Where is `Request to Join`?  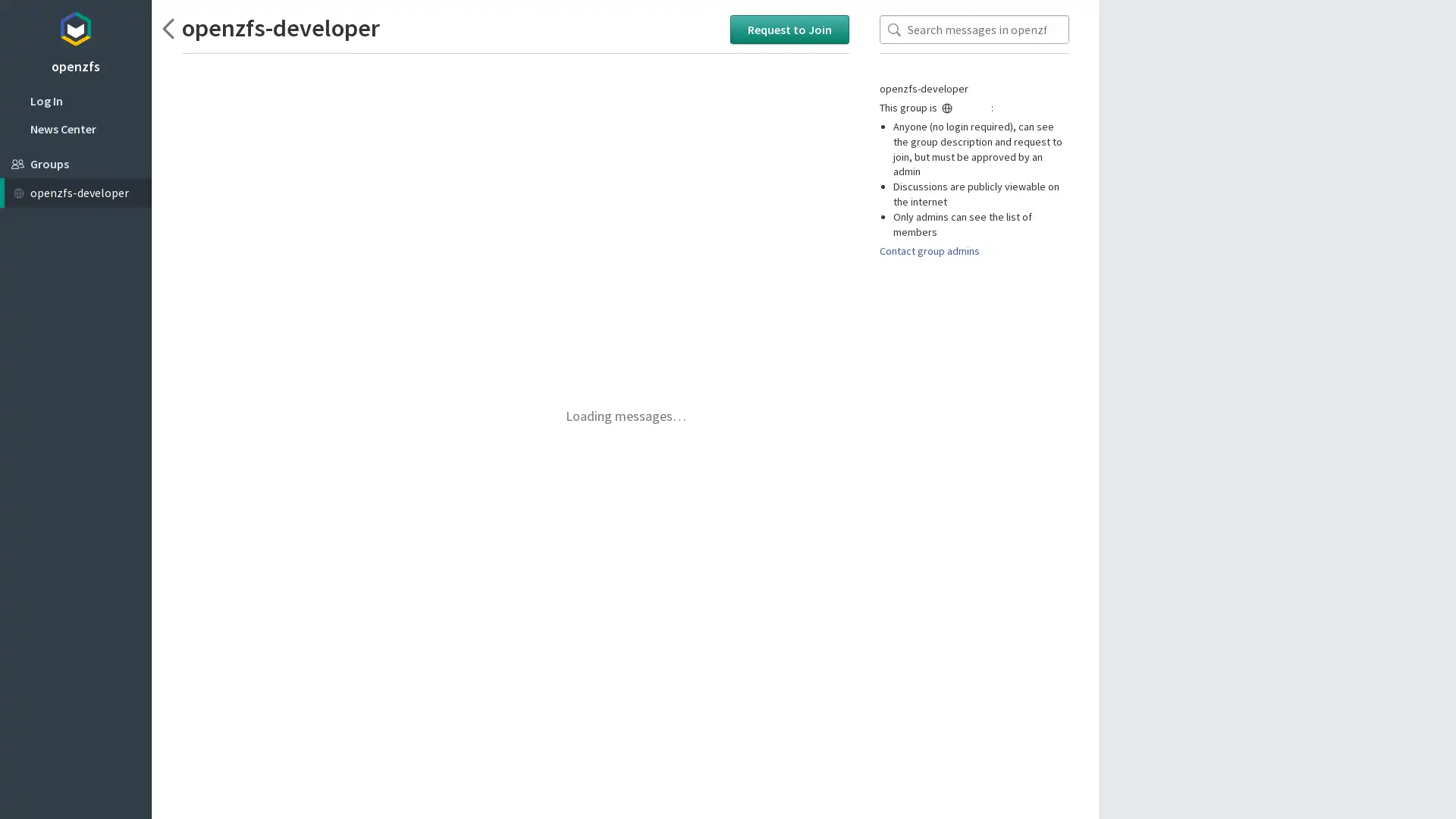
Request to Join is located at coordinates (789, 29).